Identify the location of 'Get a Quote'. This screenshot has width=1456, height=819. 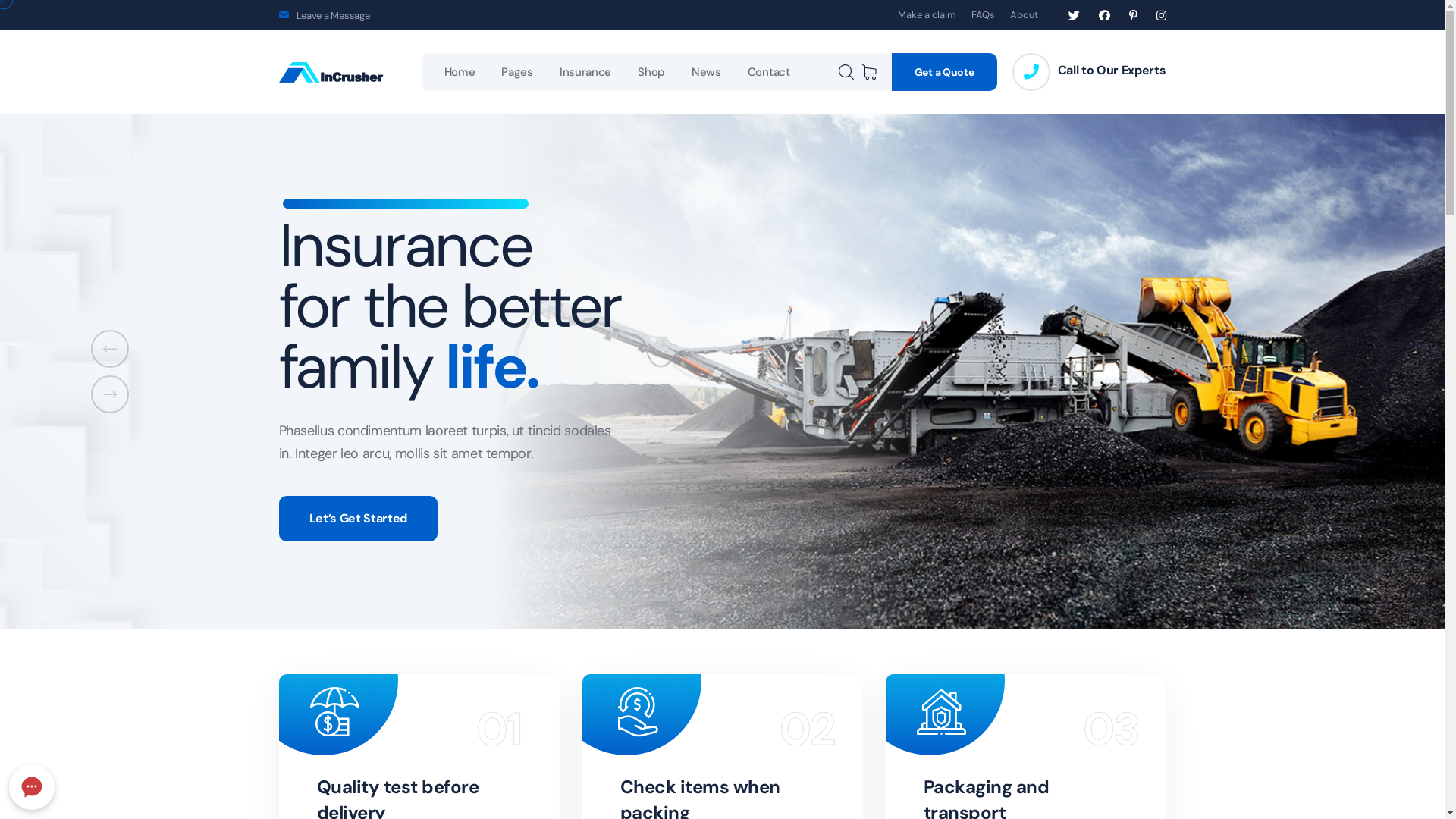
(943, 72).